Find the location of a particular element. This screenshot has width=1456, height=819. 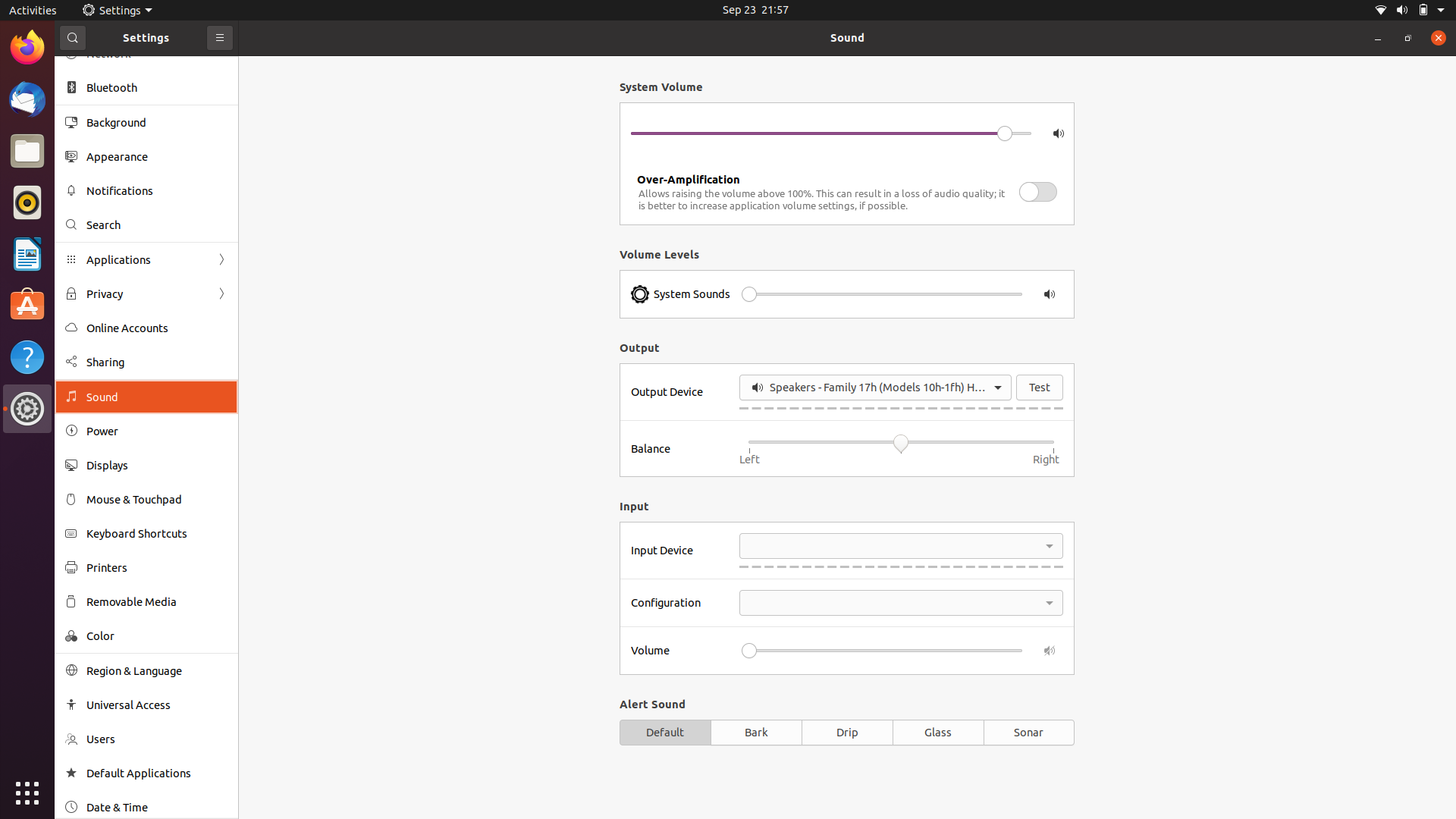

mouse and trackpad configurations is located at coordinates (144, 500).